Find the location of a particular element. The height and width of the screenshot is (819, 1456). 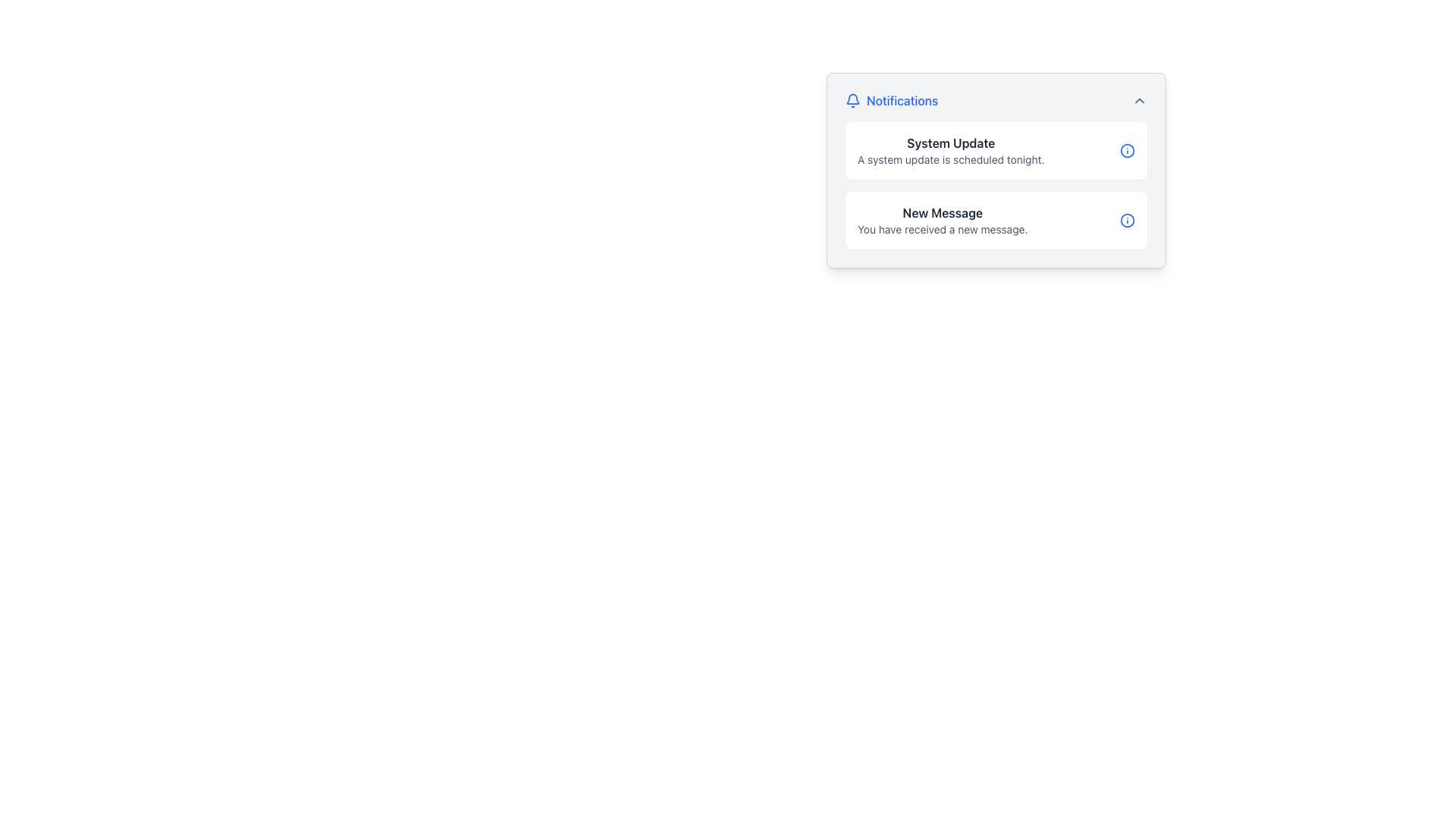

the bell icon representing notifications, which is located in the upper left corner of the notification panel, immediately next to the 'Notifications' text is located at coordinates (852, 100).